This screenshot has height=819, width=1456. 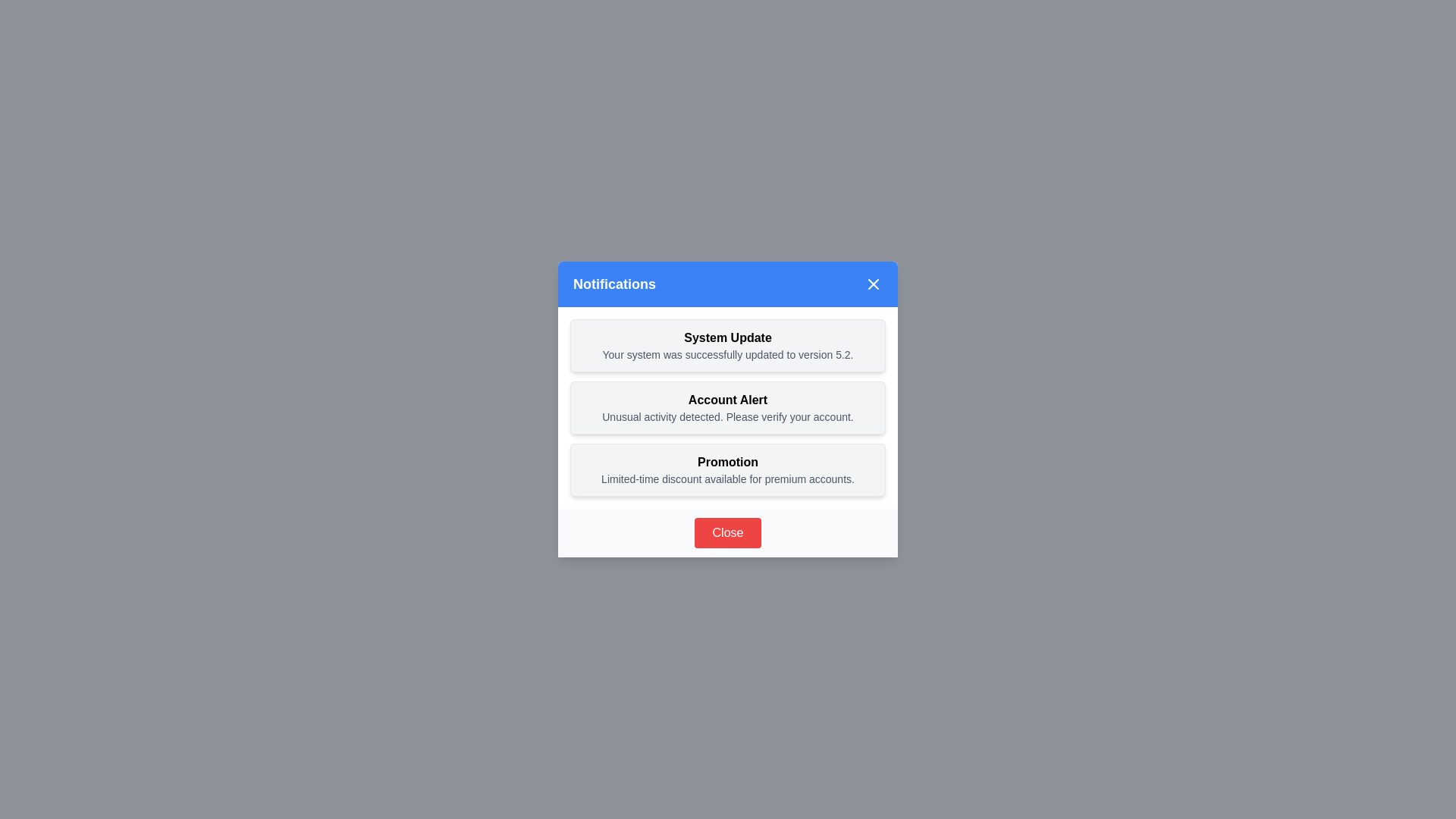 What do you see at coordinates (728, 479) in the screenshot?
I see `text element styled with a smaller font size and muted gray color, containing the message: 'Limited-time discount available for premium accounts.' located below the bolded heading 'Promotion' within a notification card` at bounding box center [728, 479].